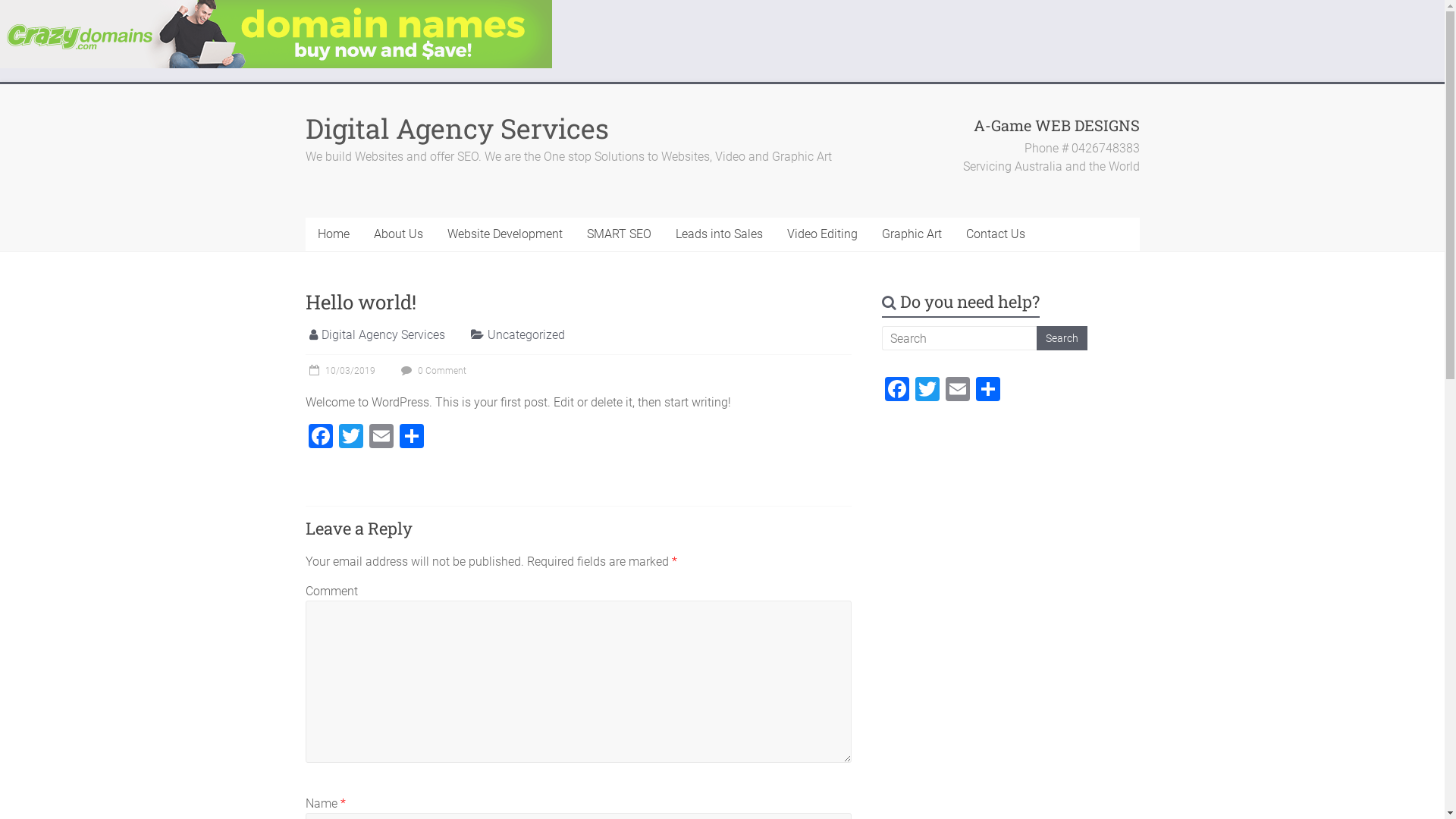  What do you see at coordinates (927, 390) in the screenshot?
I see `'Twitter'` at bounding box center [927, 390].